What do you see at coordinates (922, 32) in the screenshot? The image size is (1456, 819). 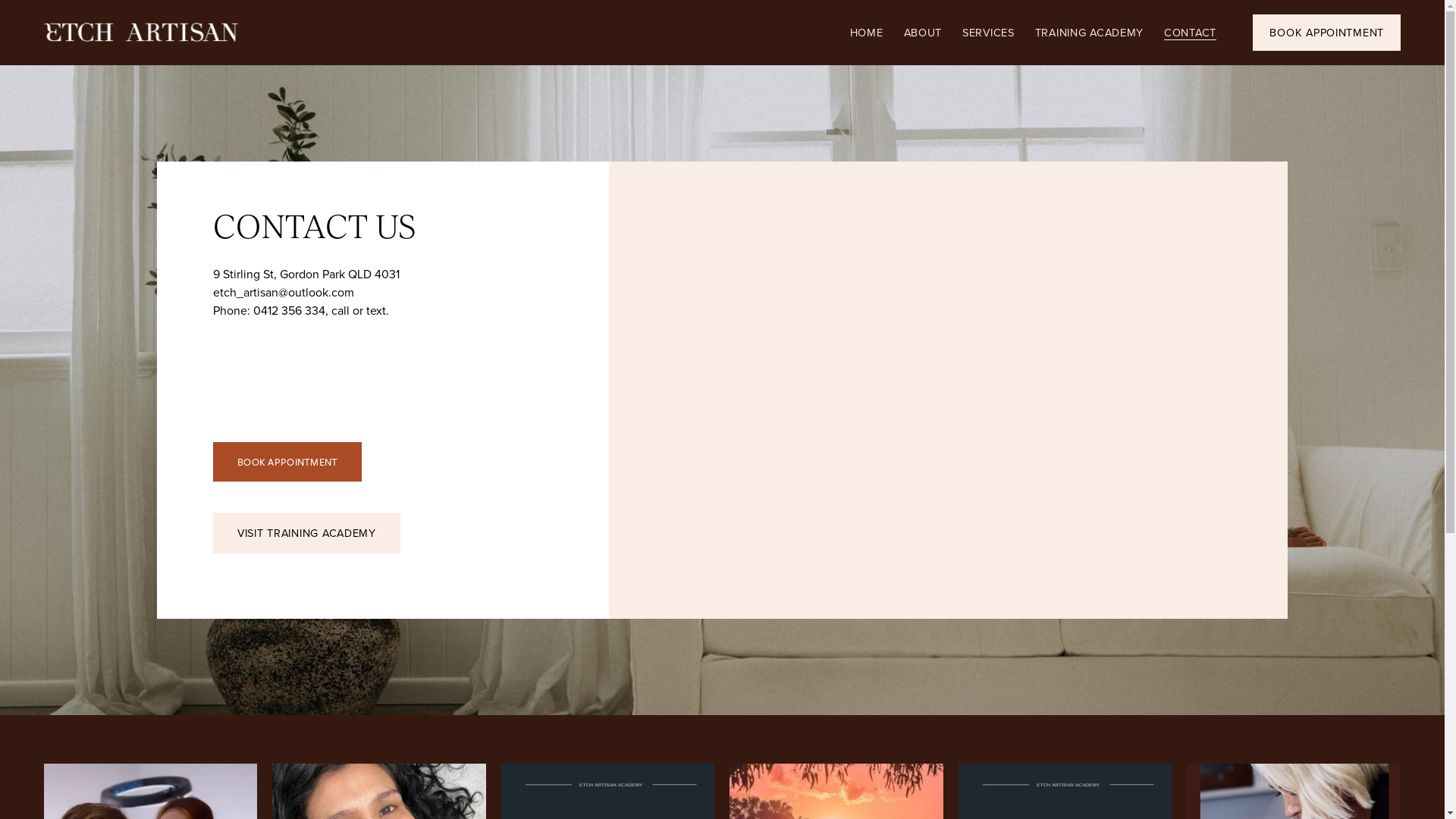 I see `'ABOUT'` at bounding box center [922, 32].